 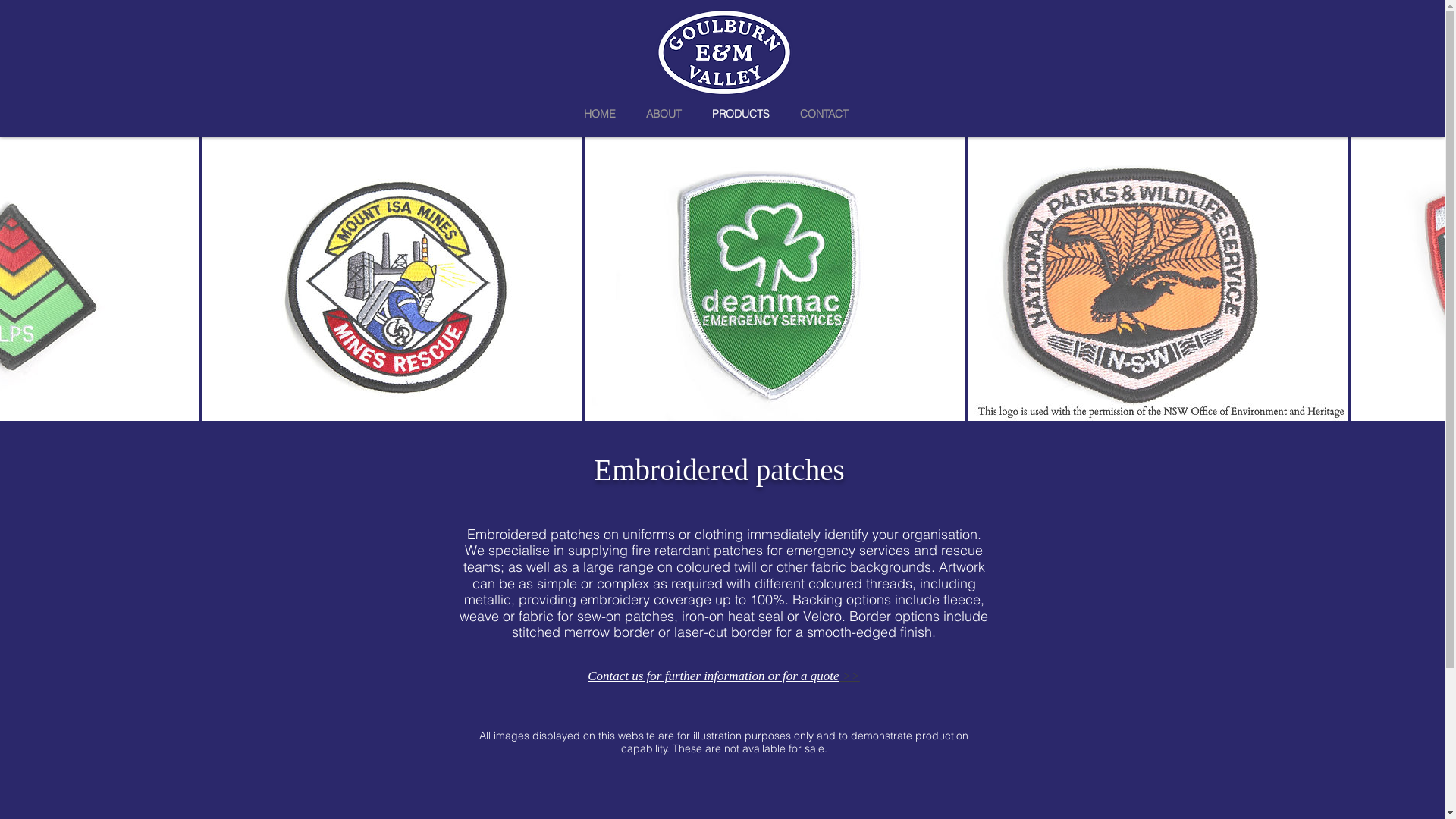 What do you see at coordinates (599, 111) in the screenshot?
I see `'HOME'` at bounding box center [599, 111].